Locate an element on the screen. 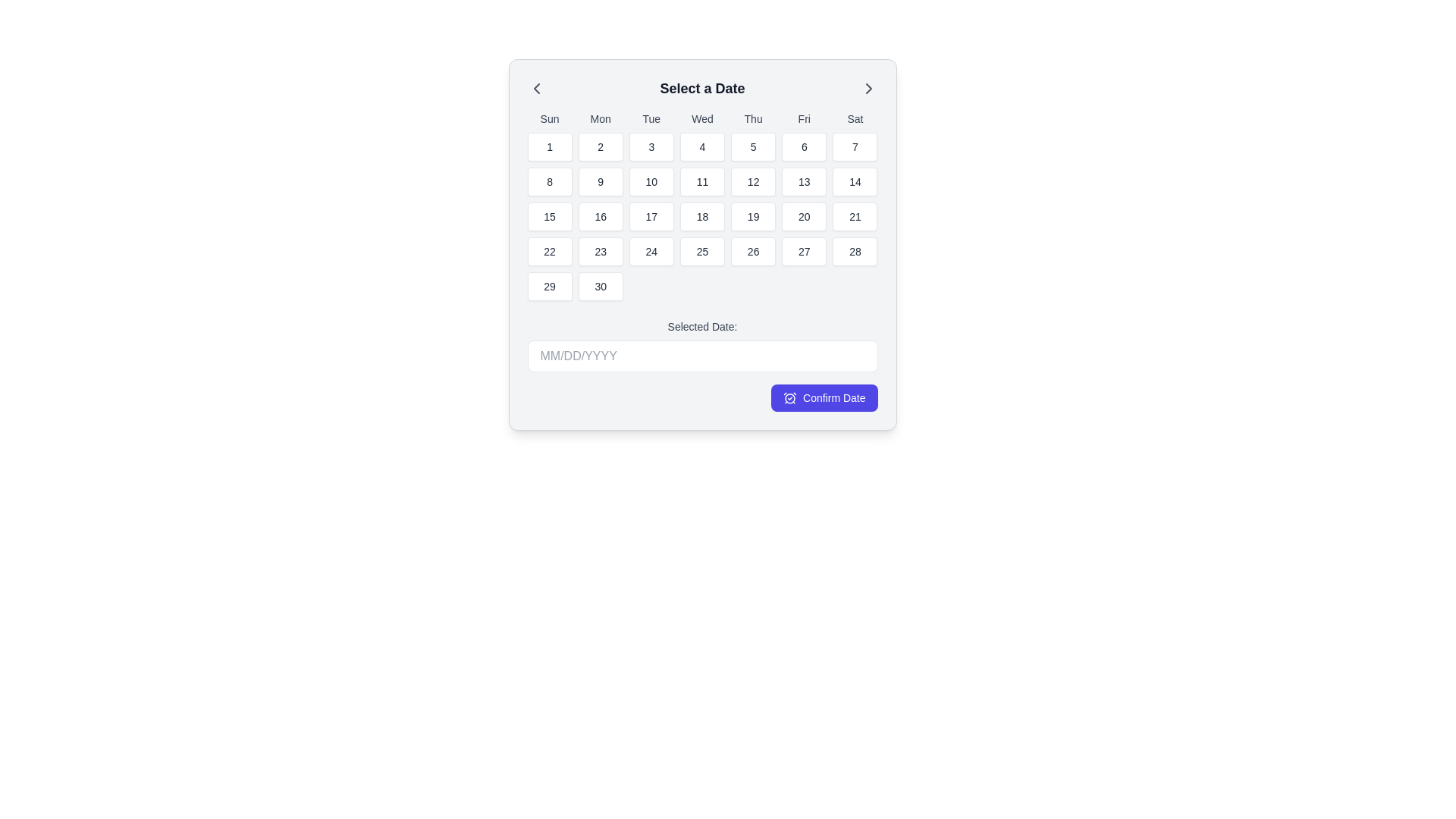 Image resolution: width=1456 pixels, height=819 pixels. the selectable date button (4) in the calendar grid view under the 'Wed' header is located at coordinates (701, 146).